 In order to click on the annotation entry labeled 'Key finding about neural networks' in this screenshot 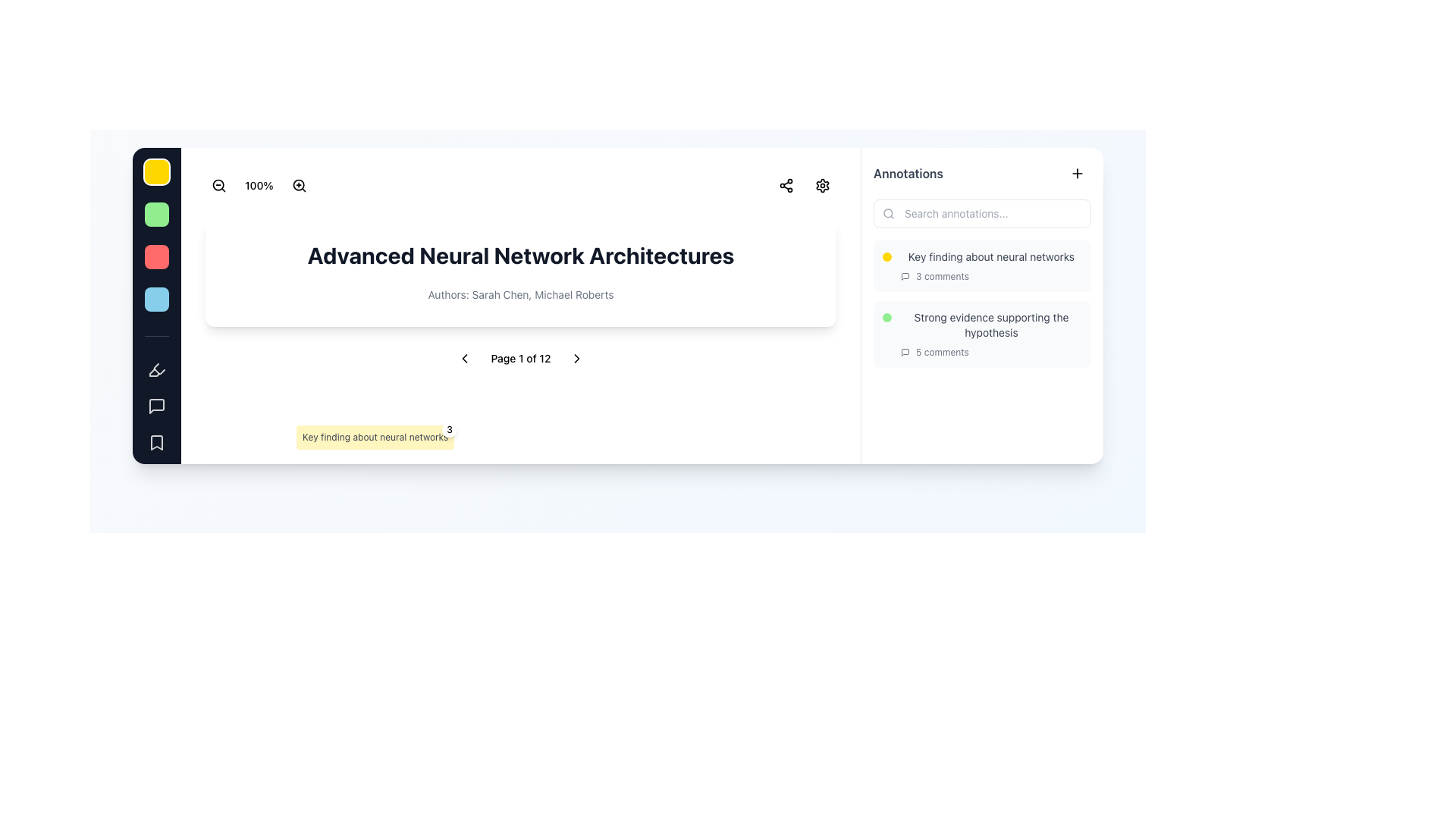, I will do `click(982, 265)`.